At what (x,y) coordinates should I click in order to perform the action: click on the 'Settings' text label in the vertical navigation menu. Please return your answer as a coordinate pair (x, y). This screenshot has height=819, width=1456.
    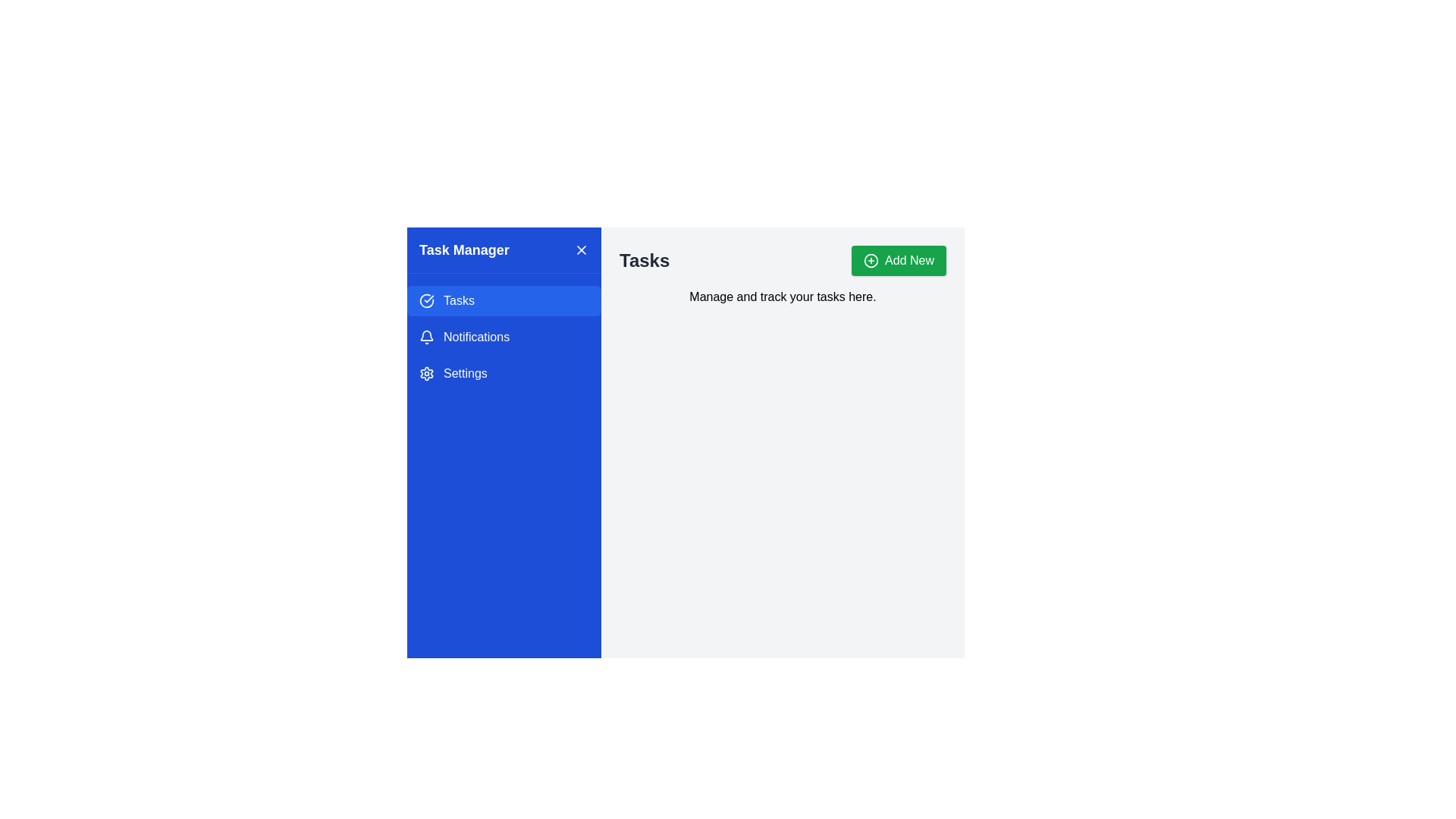
    Looking at the image, I should click on (464, 374).